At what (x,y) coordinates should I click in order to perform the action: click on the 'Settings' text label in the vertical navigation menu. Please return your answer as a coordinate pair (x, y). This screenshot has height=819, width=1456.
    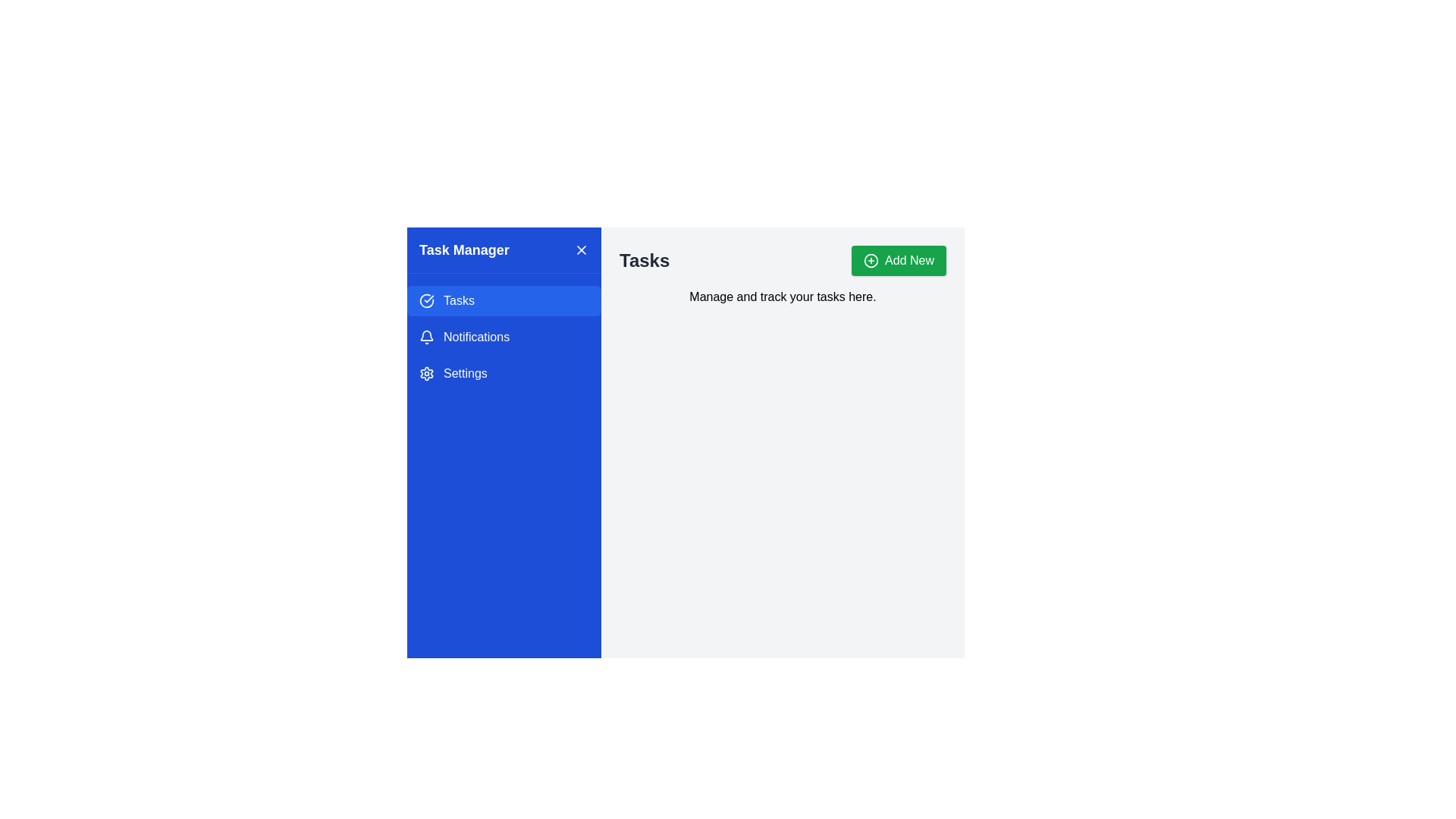
    Looking at the image, I should click on (464, 374).